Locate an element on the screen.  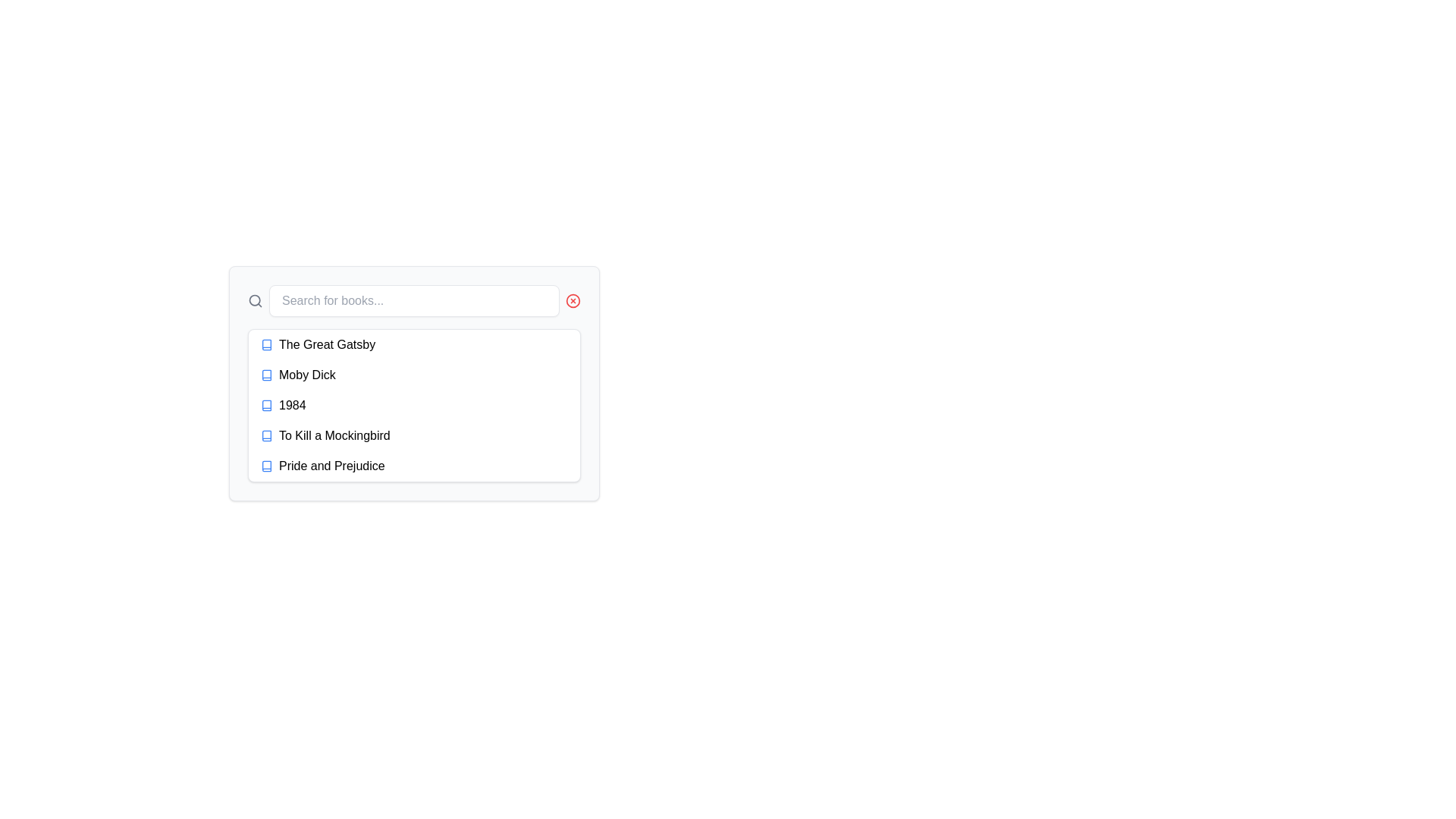
the graphical icon resembling an open book located beside the text 'Pride and Prejudice' in the lower portion of the interface is located at coordinates (266, 465).